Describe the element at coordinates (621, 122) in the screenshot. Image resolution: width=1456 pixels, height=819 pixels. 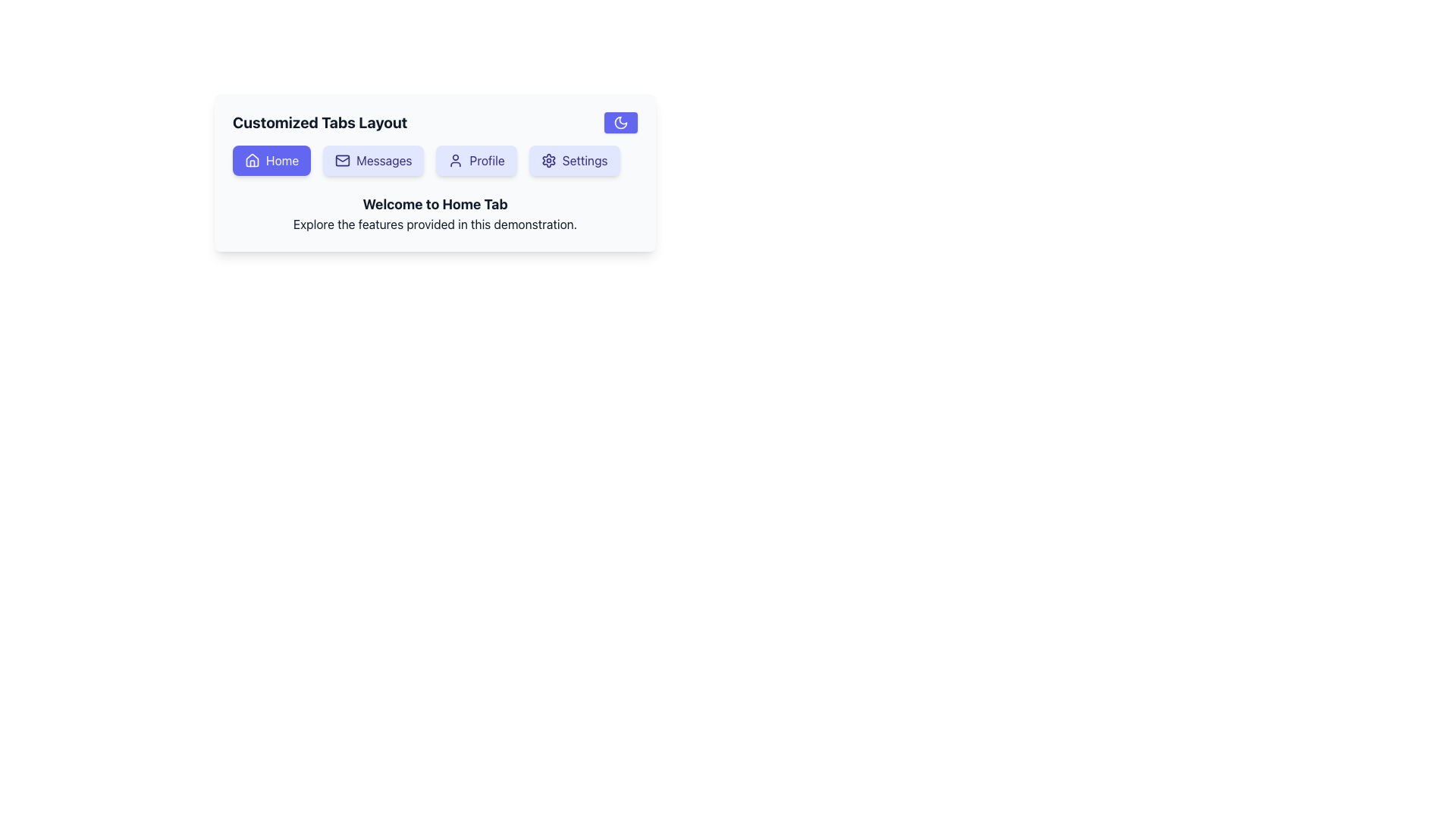
I see `the purple circular button icon located in the top-right section of the card` at that location.